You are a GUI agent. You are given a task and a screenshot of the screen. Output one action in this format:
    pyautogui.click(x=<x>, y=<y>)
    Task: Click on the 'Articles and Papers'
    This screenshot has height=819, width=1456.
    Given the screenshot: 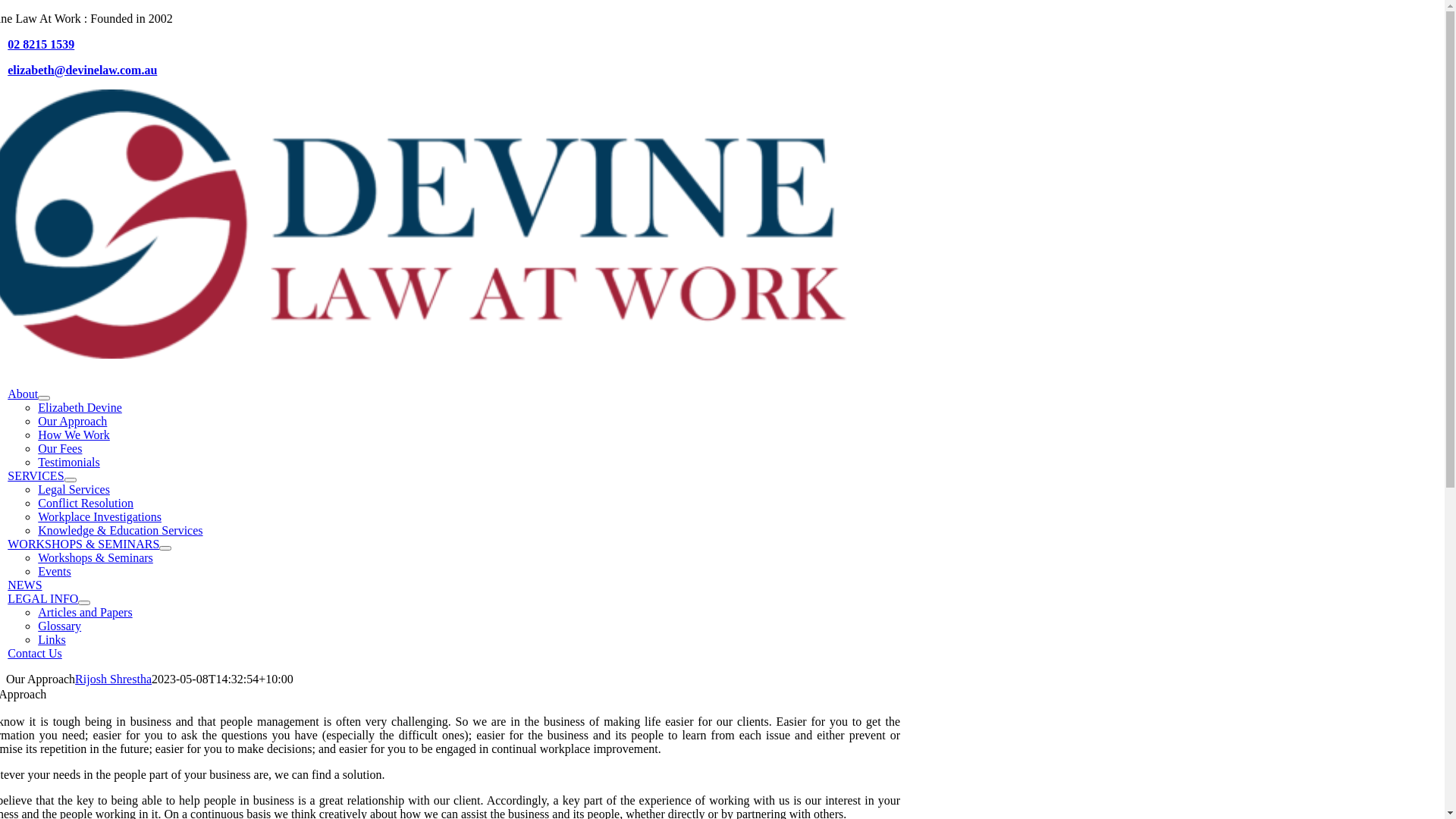 What is the action you would take?
    pyautogui.click(x=83, y=611)
    